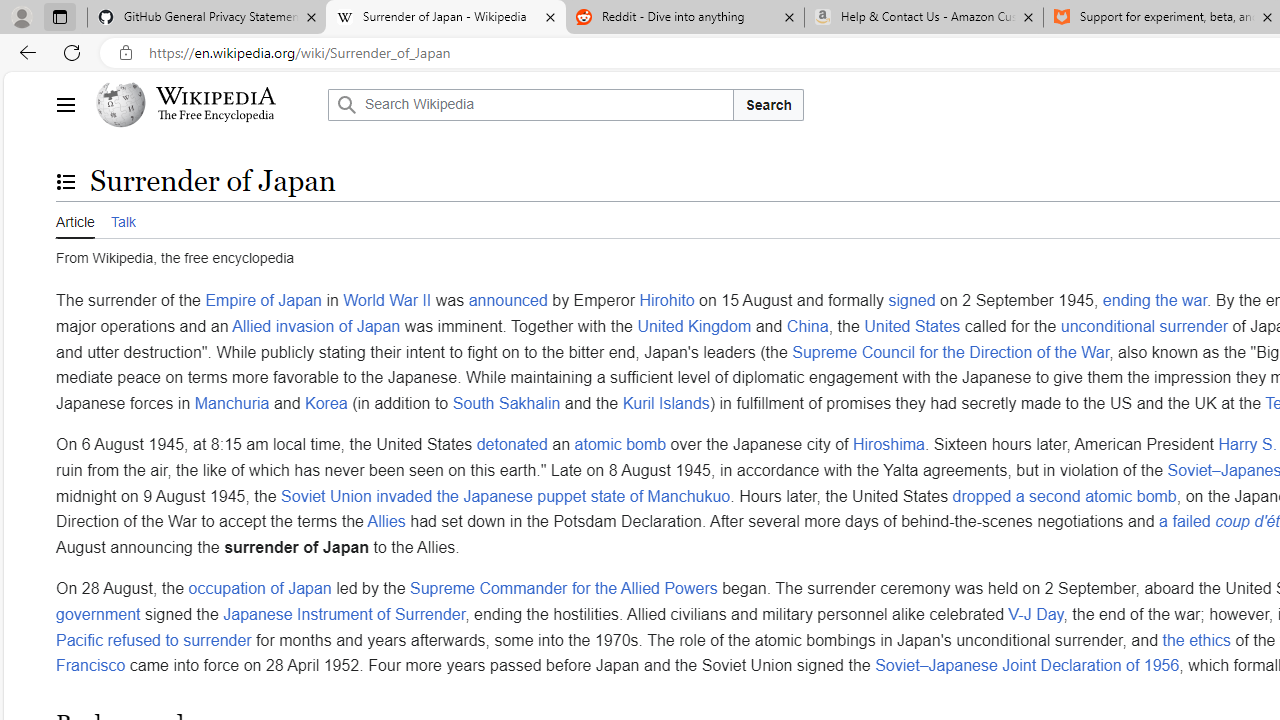 The image size is (1280, 720). I want to click on 'Toggle the table of contents', so click(65, 181).